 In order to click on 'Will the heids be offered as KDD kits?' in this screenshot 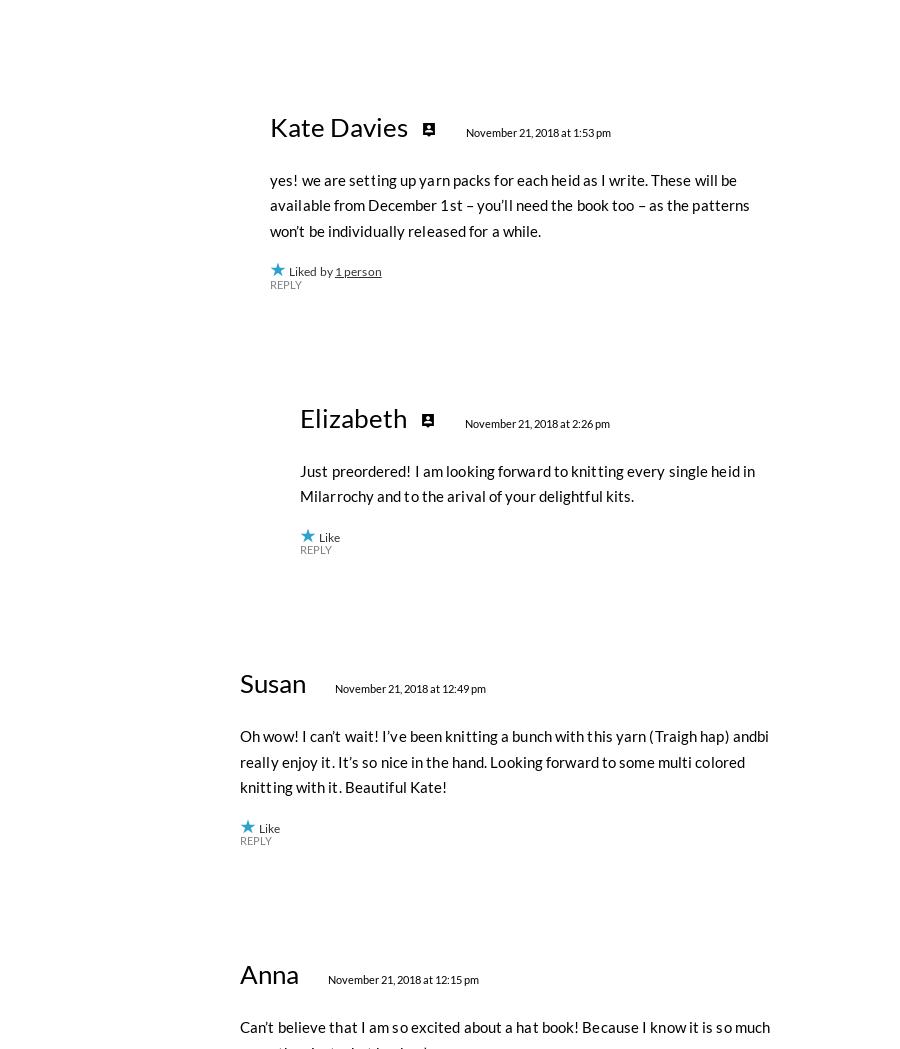, I will do `click(365, 377)`.